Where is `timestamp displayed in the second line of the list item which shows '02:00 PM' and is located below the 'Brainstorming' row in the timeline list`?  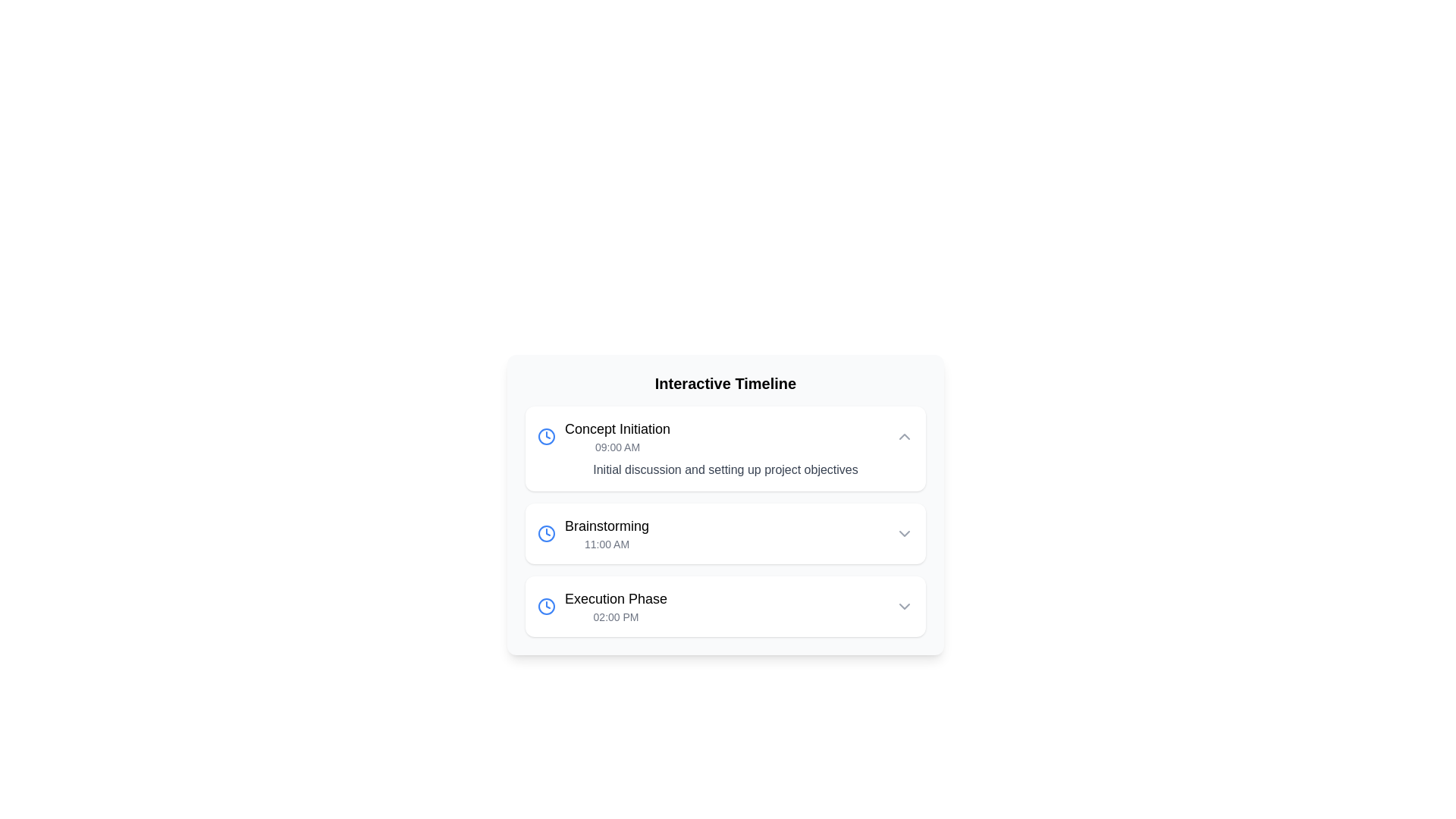
timestamp displayed in the second line of the list item which shows '02:00 PM' and is located below the 'Brainstorming' row in the timeline list is located at coordinates (601, 605).